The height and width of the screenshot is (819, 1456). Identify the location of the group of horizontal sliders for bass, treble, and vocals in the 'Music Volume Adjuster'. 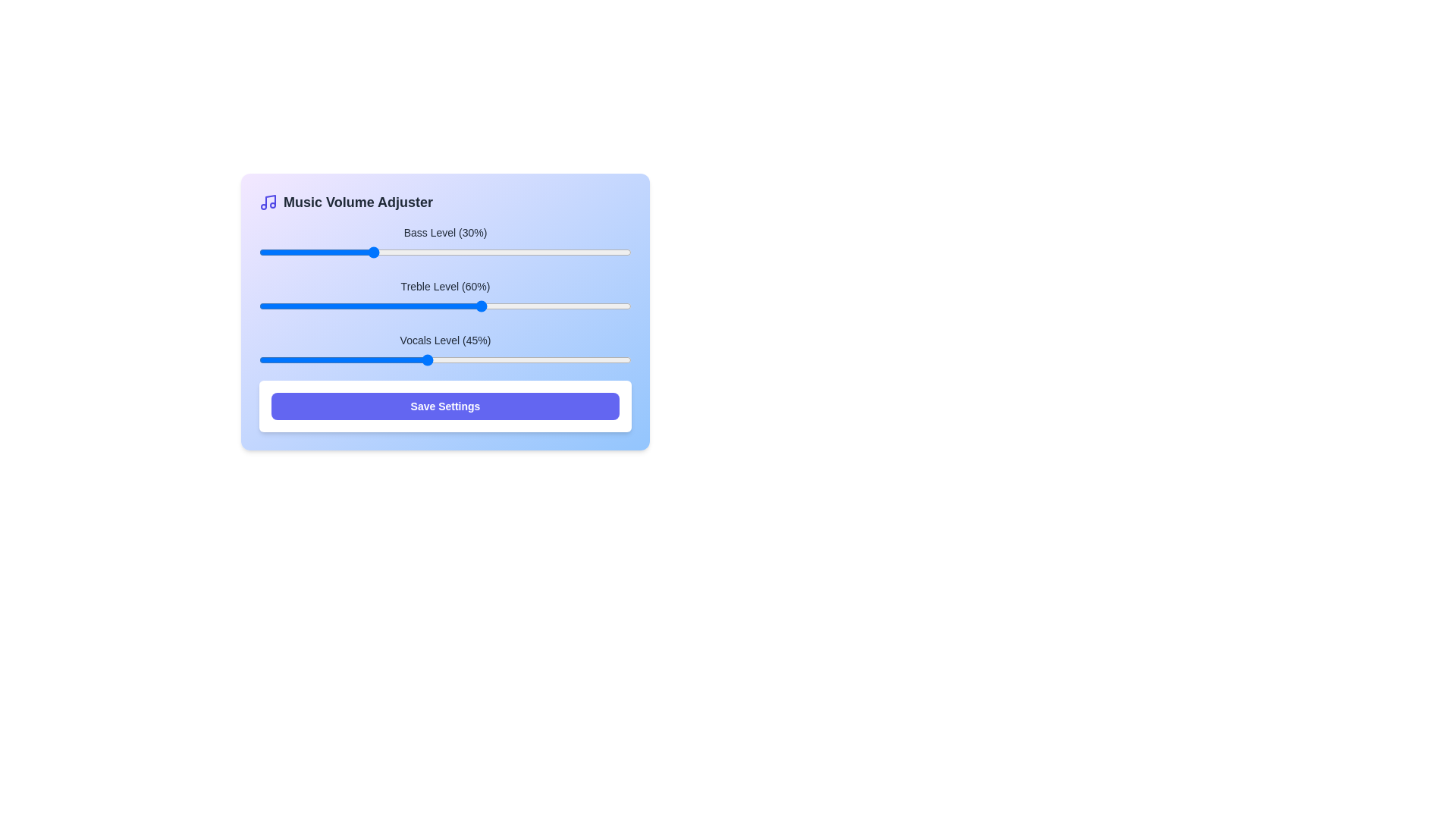
(444, 297).